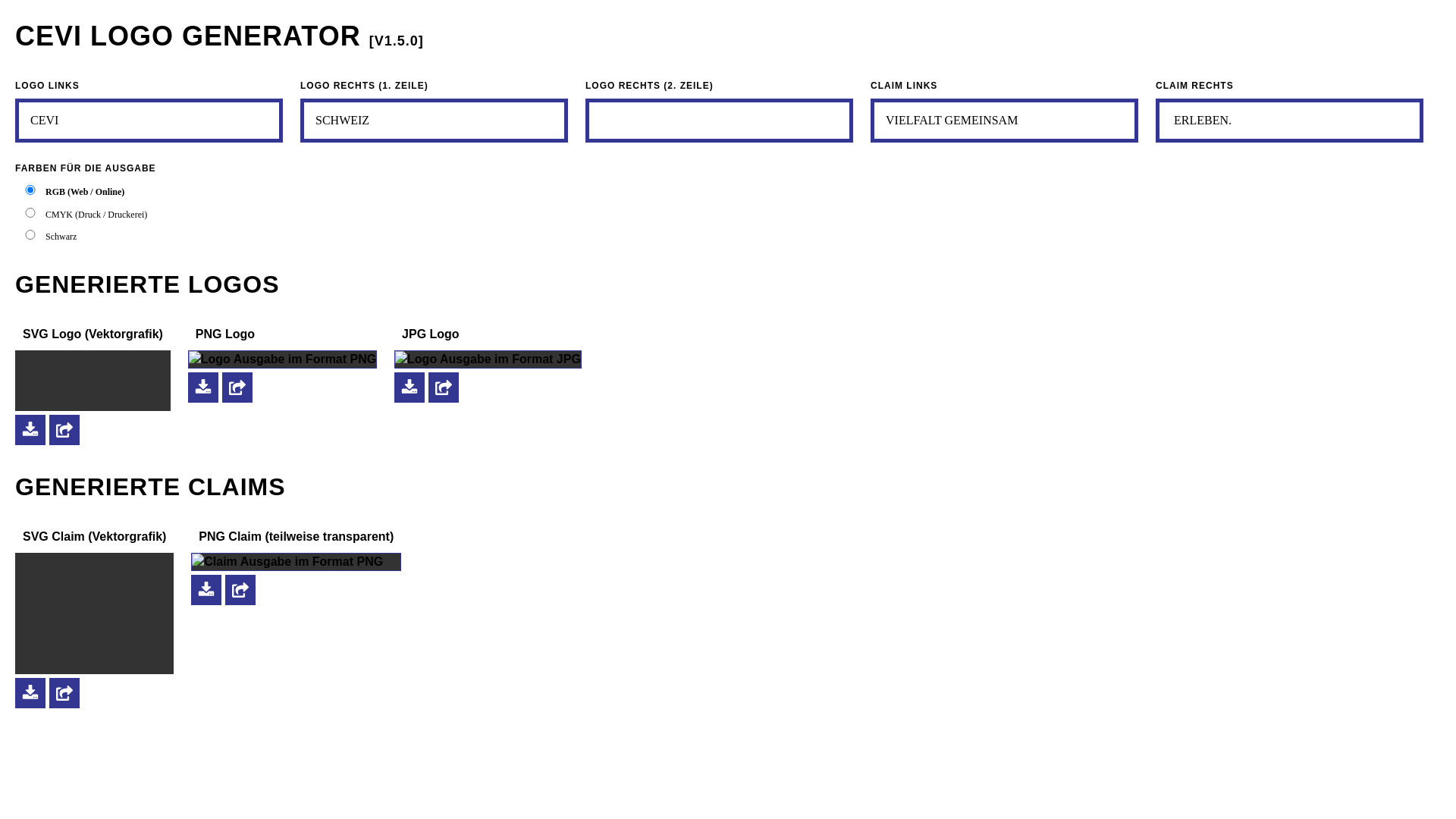 This screenshot has height=819, width=1456. What do you see at coordinates (64, 693) in the screenshot?
I see `'Share SVG Claim'` at bounding box center [64, 693].